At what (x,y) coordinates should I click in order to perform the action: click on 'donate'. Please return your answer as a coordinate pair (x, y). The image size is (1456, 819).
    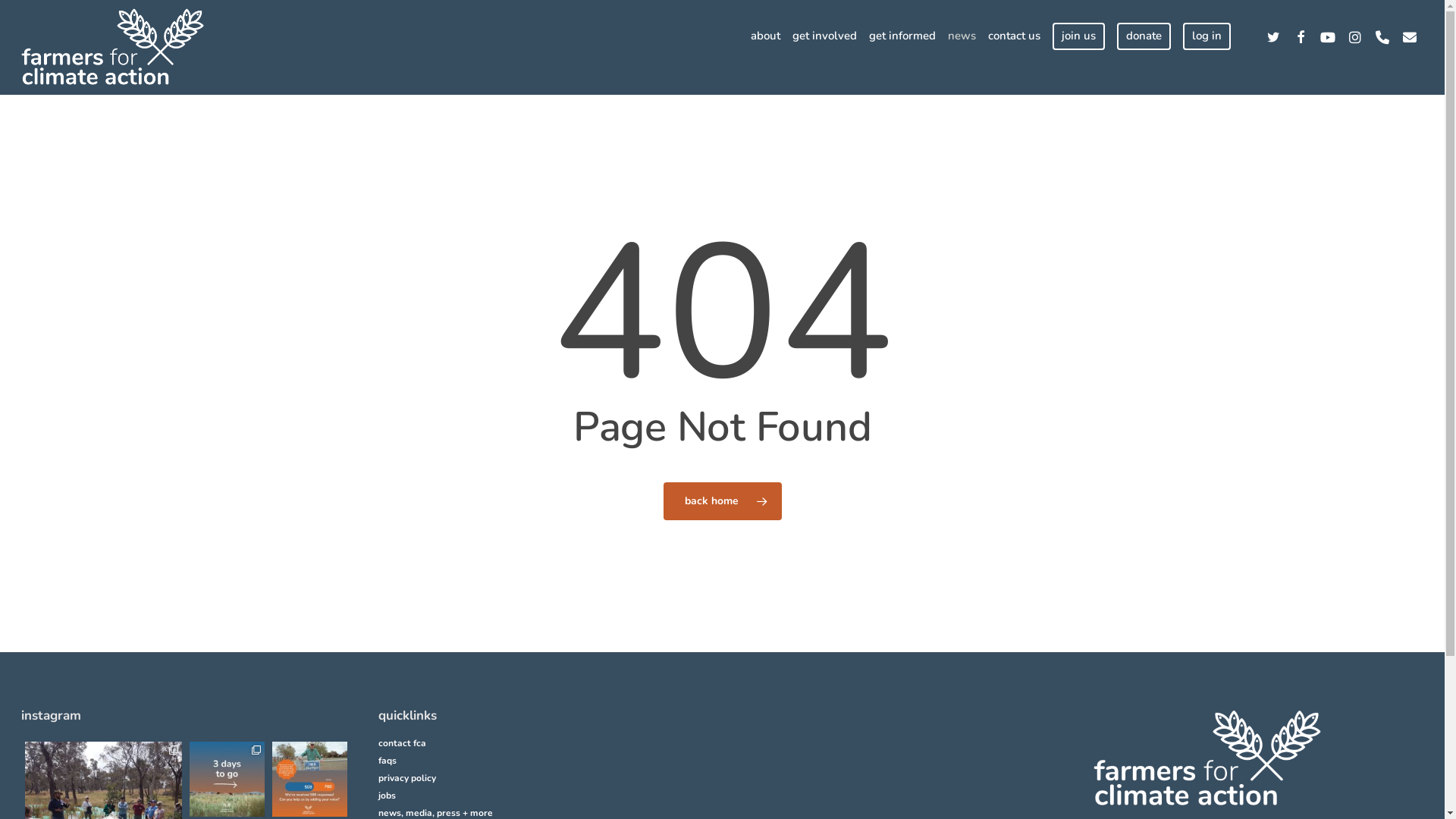
    Looking at the image, I should click on (1117, 35).